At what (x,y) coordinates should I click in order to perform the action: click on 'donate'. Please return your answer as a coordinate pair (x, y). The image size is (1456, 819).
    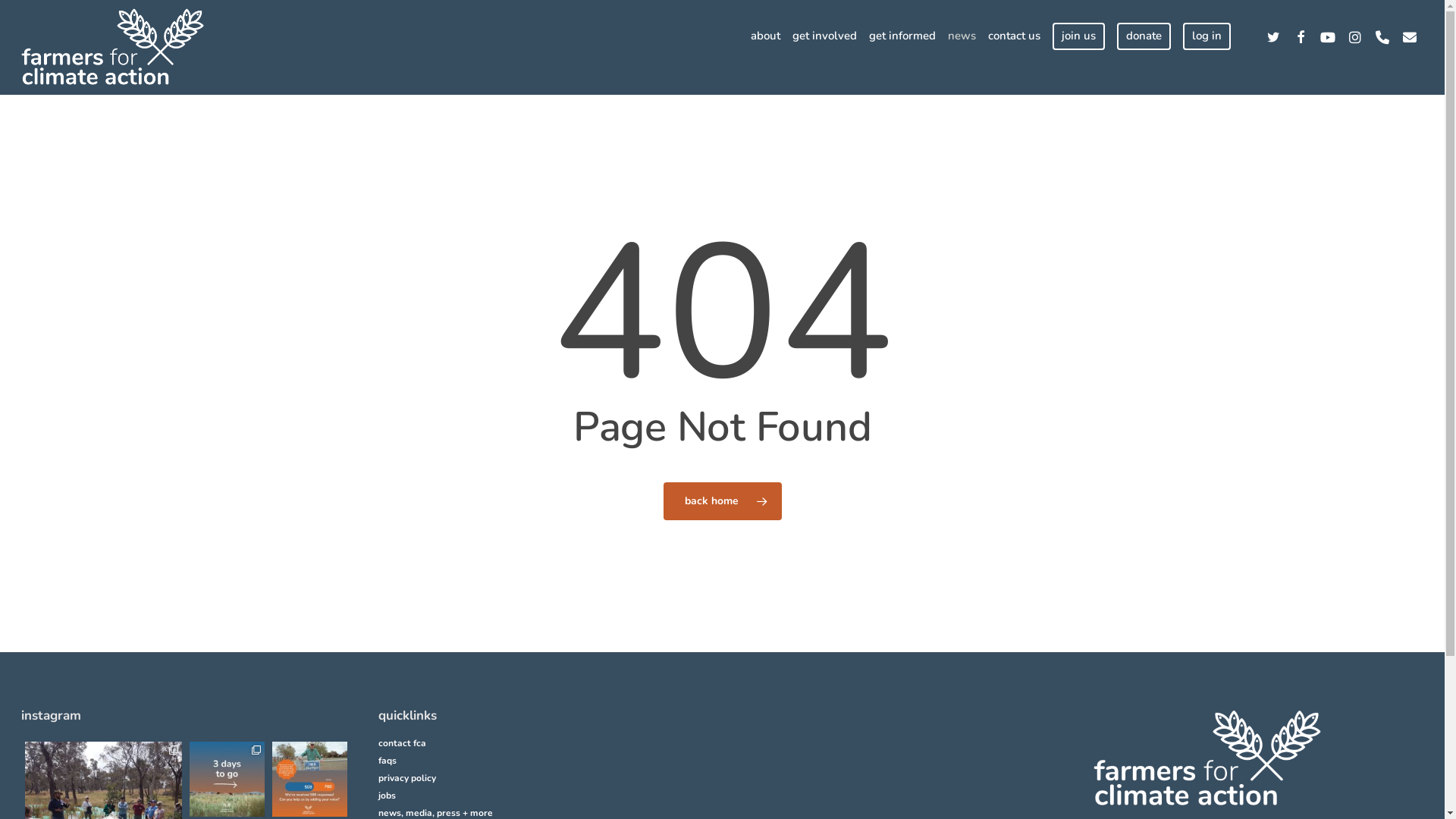
    Looking at the image, I should click on (1117, 35).